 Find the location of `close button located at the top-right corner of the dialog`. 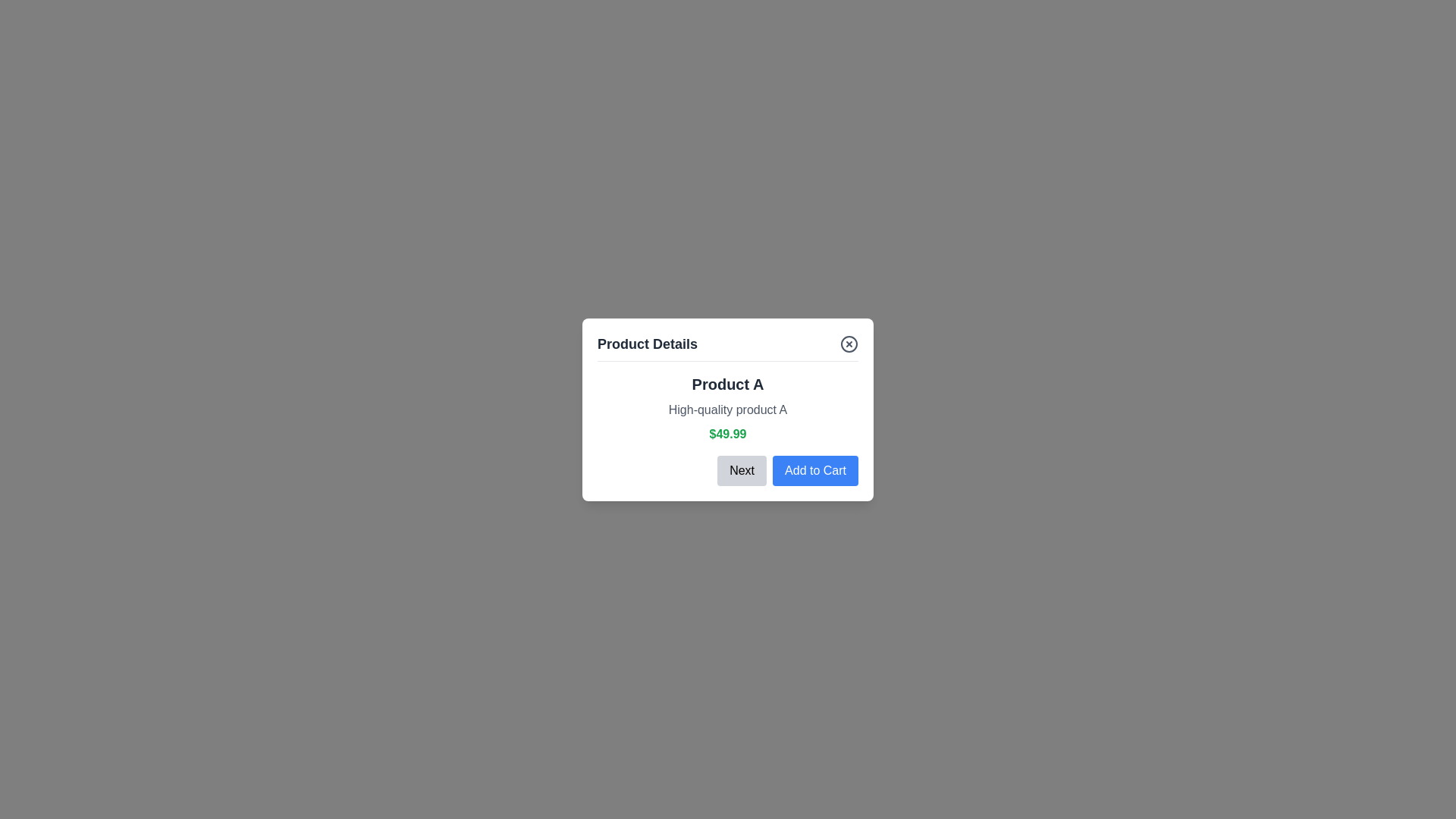

close button located at the top-right corner of the dialog is located at coordinates (848, 344).